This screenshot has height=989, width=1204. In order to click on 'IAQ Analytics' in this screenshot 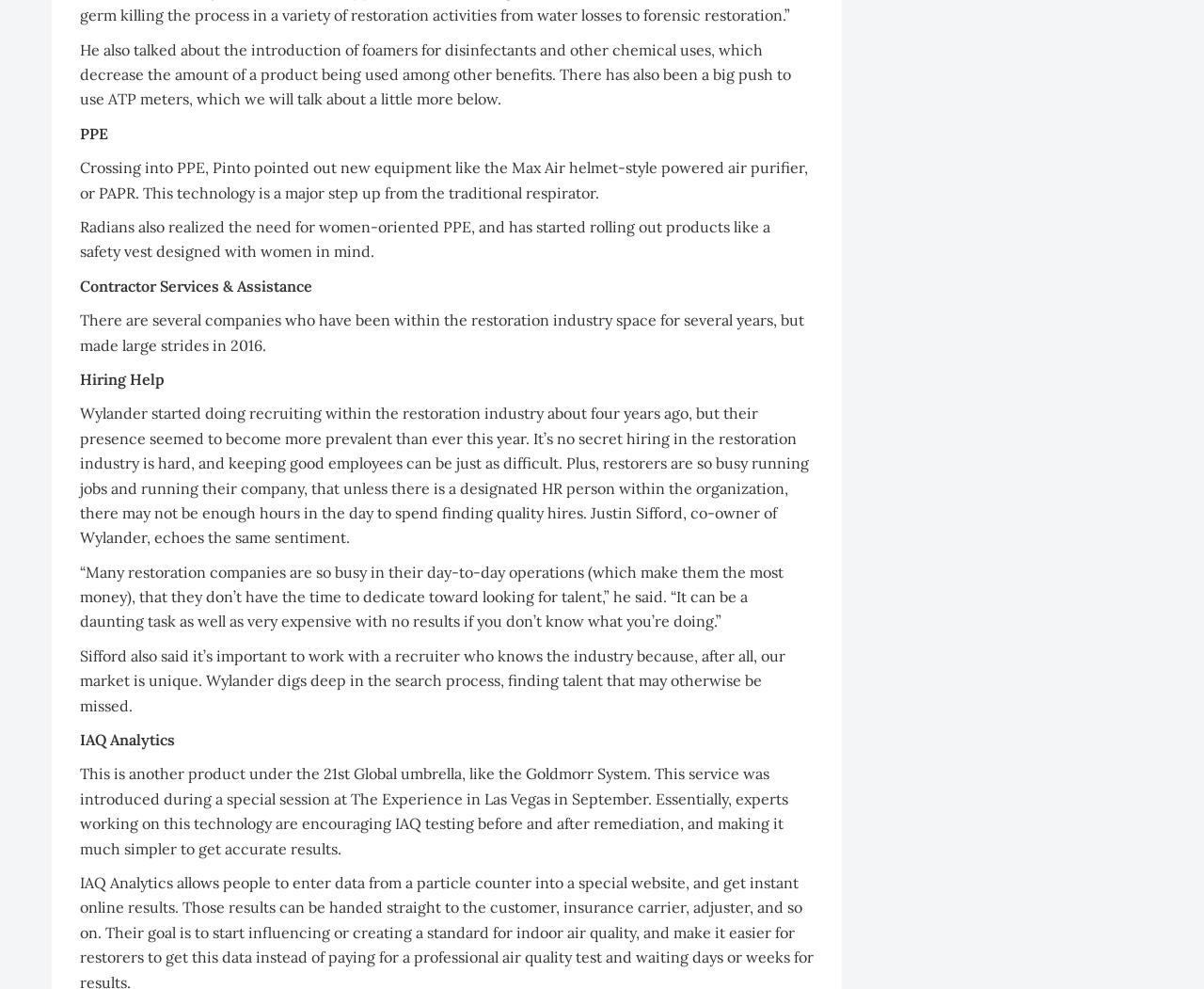, I will do `click(126, 739)`.